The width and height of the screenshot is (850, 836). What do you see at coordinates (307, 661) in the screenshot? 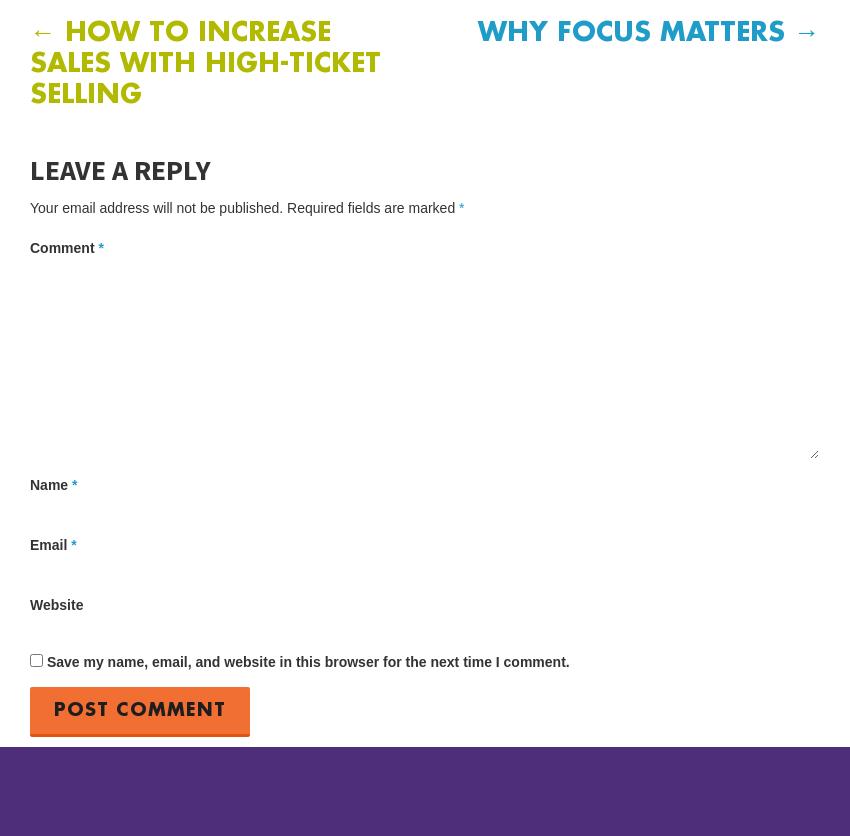
I see `'Save my name, email, and website in this browser for the next time I comment.'` at bounding box center [307, 661].